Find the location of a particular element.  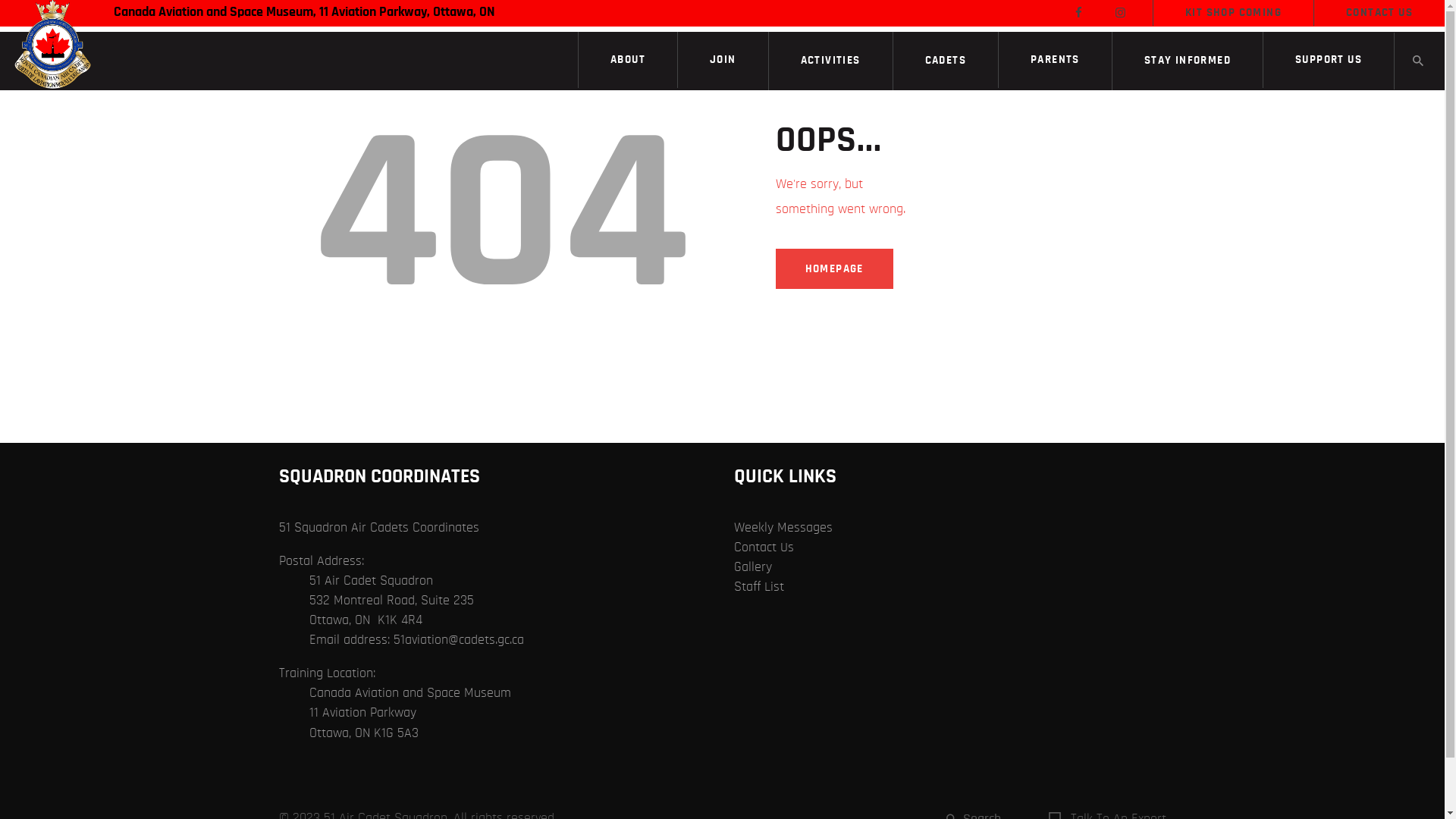

'Weekly Messages' is located at coordinates (734, 526).